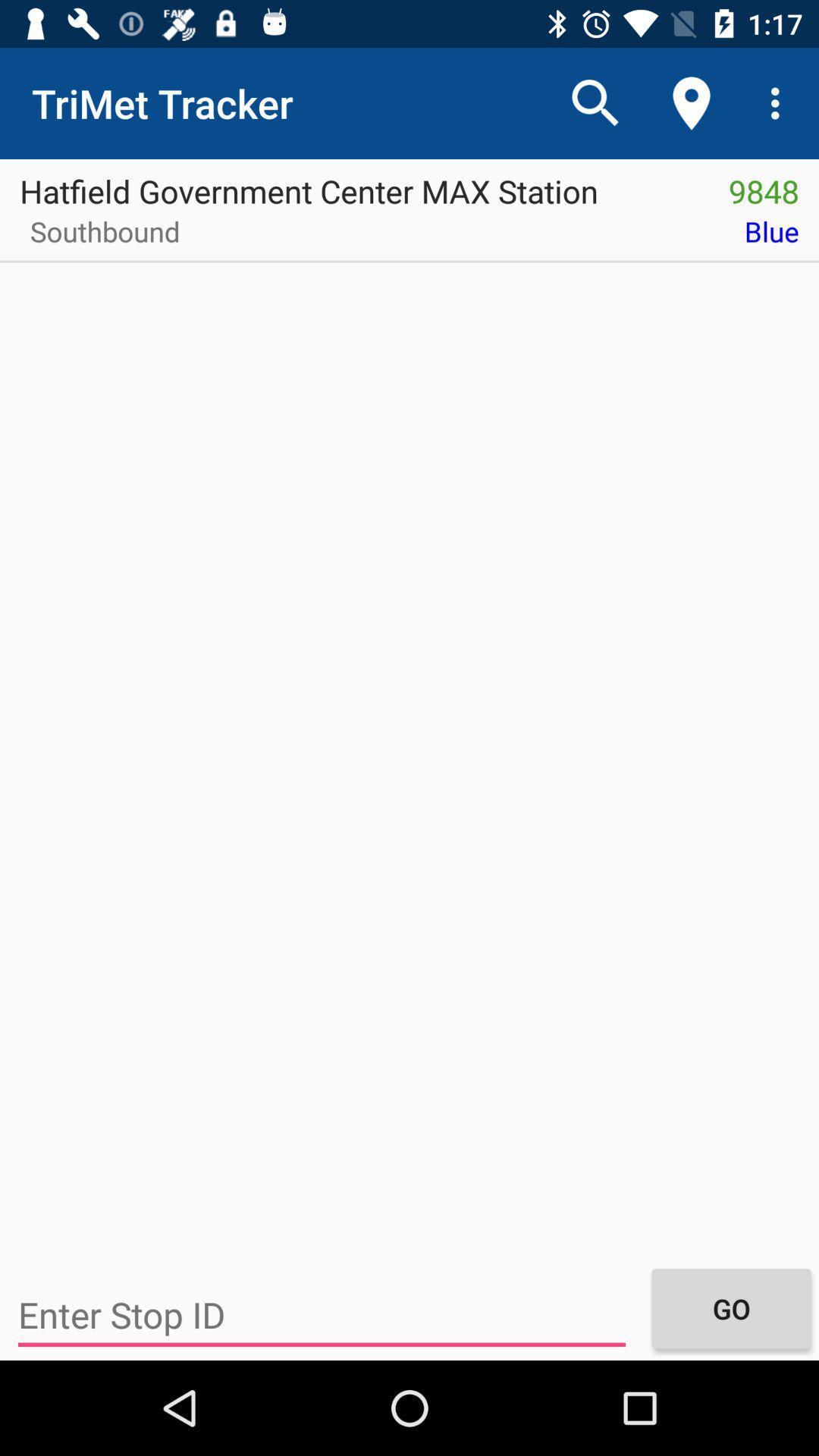 The height and width of the screenshot is (1456, 819). Describe the element at coordinates (321, 1314) in the screenshot. I see `item below the southbound` at that location.